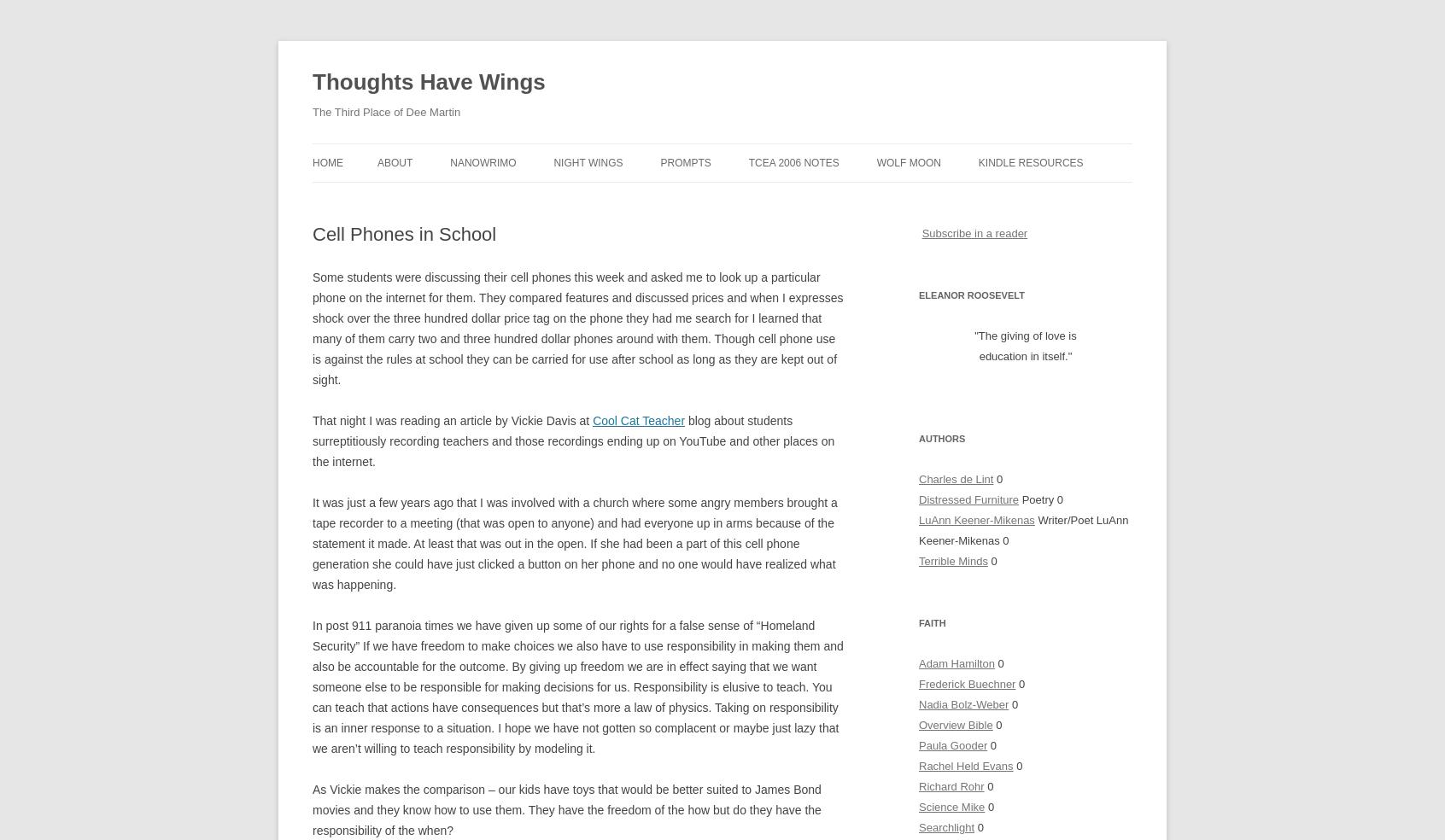 Image resolution: width=1445 pixels, height=840 pixels. Describe the element at coordinates (970, 294) in the screenshot. I see `'Eleanor Roosevelt'` at that location.